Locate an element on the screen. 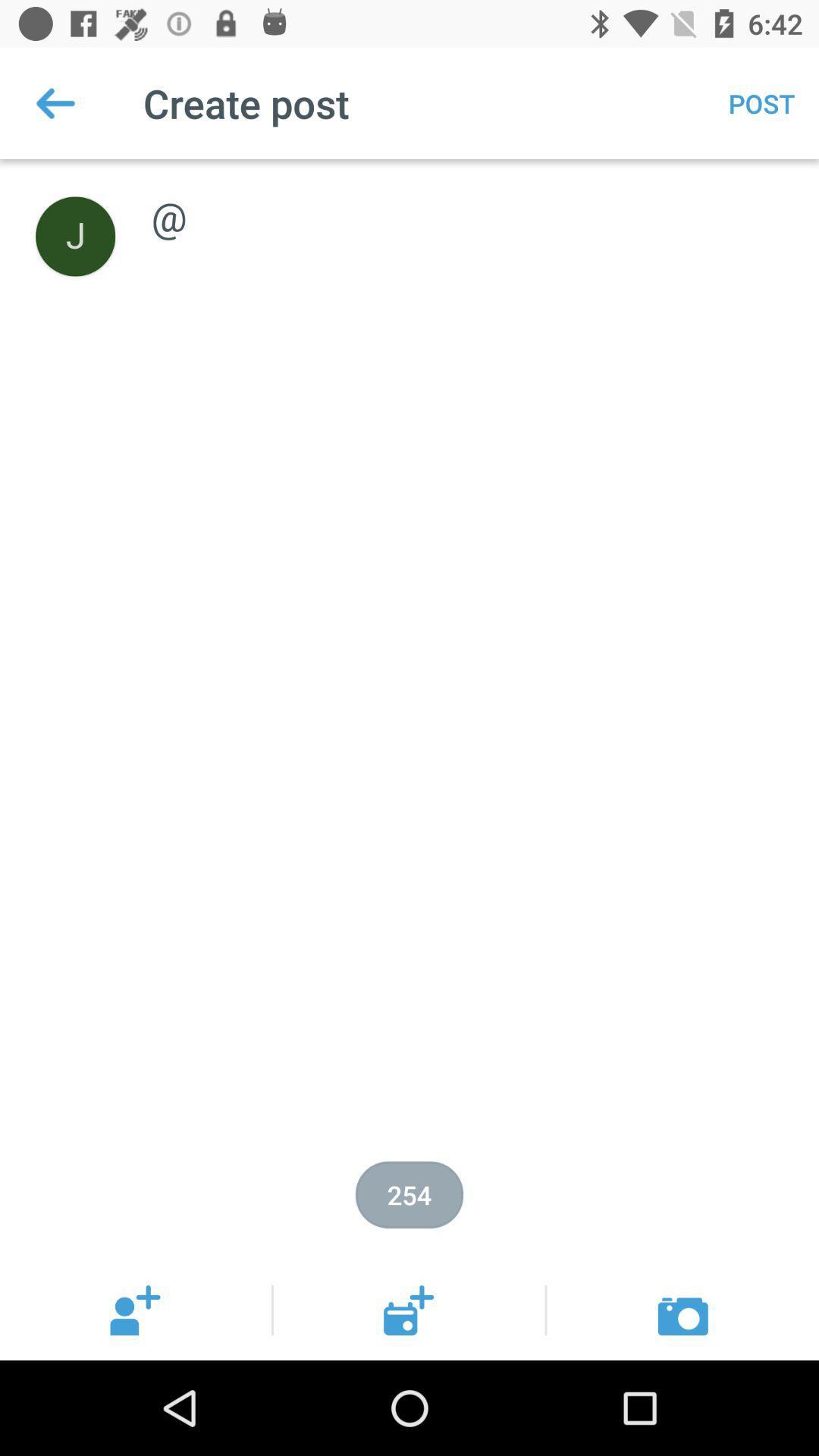 The height and width of the screenshot is (1456, 819). icon above 254 item is located at coordinates (468, 199).